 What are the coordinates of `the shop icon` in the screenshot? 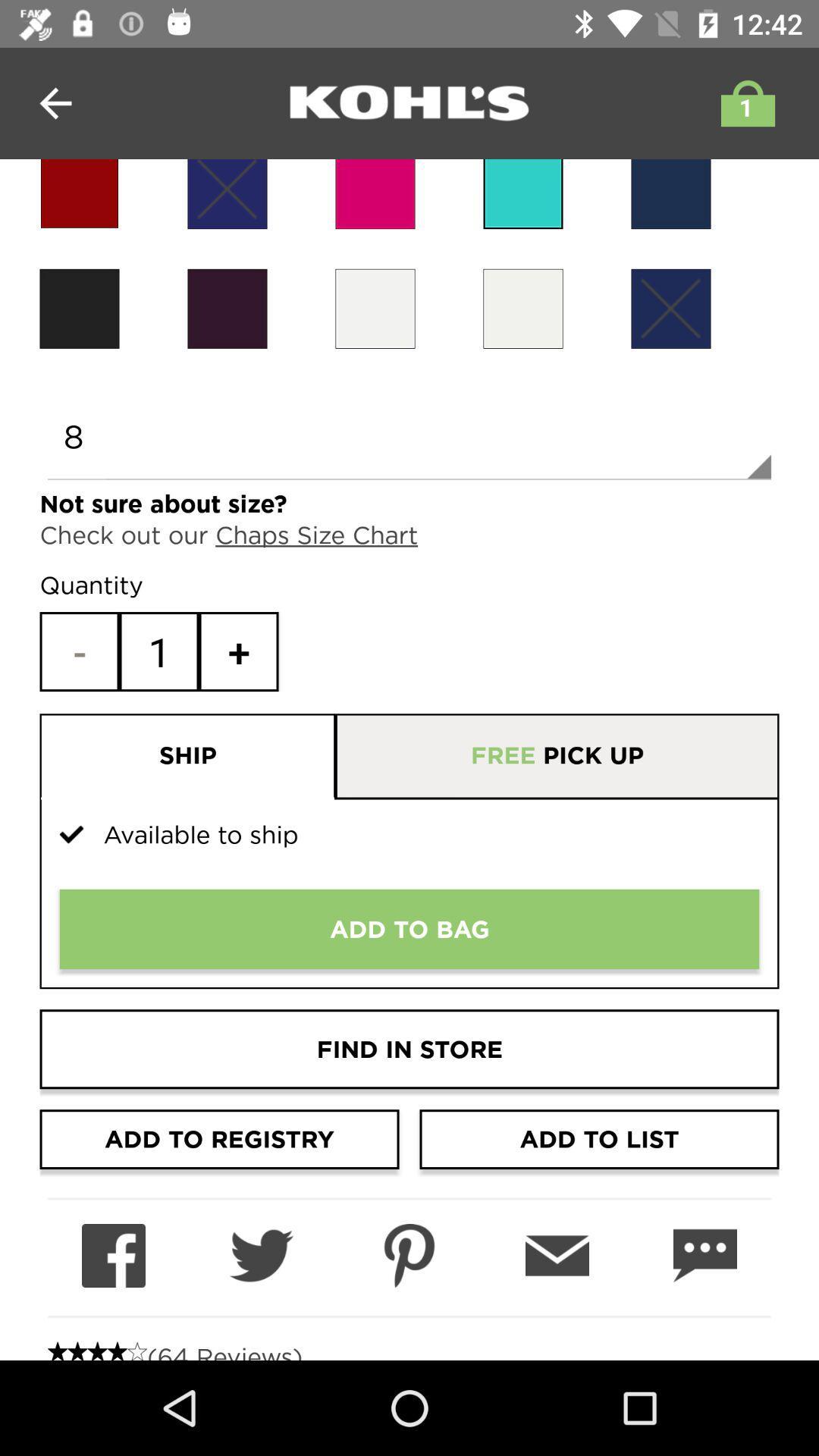 It's located at (743, 102).